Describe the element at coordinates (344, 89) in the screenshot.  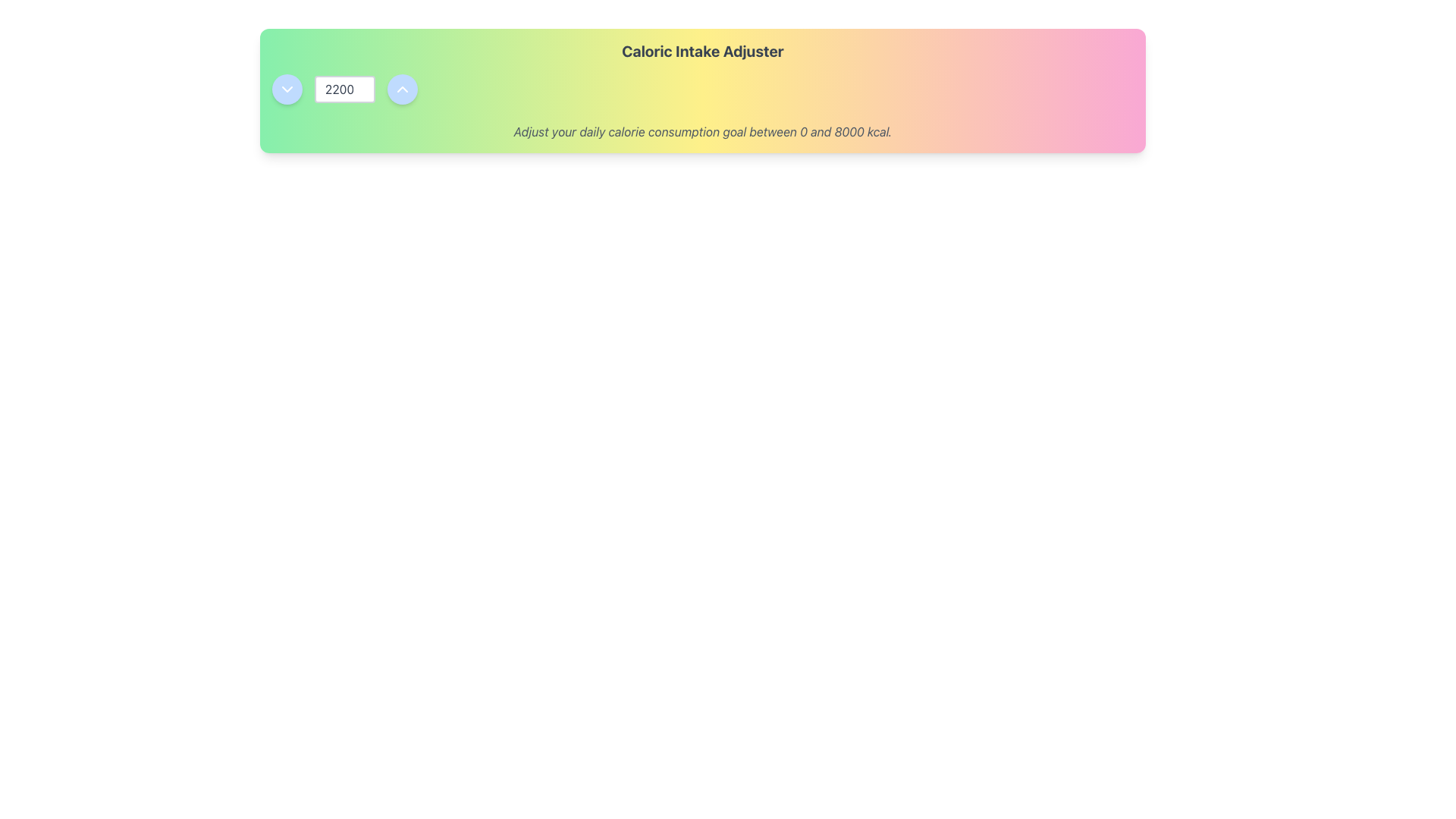
I see `the numeric input field displaying '2200'` at that location.